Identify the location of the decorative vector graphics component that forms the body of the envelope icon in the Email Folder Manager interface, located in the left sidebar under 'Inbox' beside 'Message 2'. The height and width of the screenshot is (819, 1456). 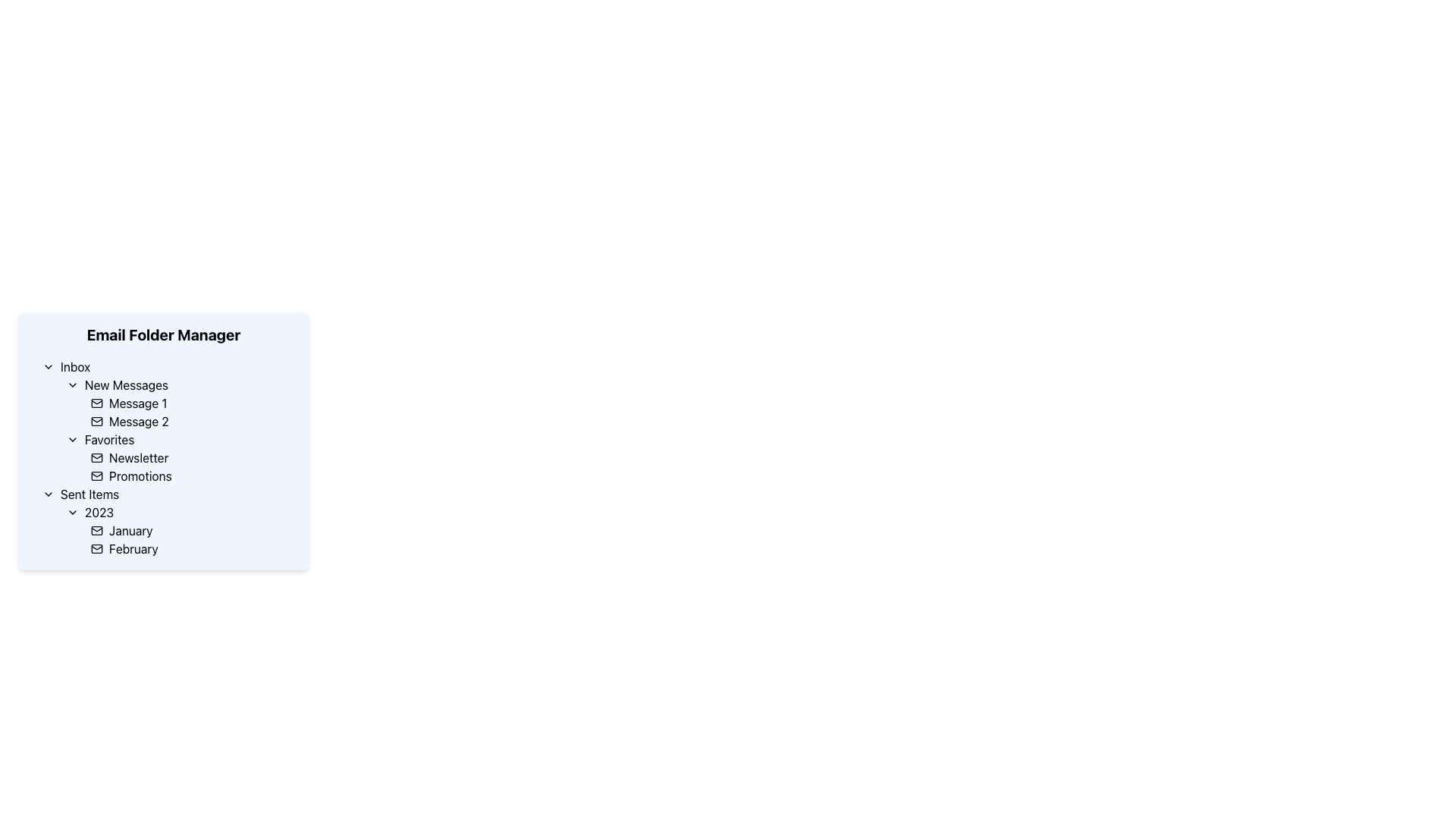
(96, 421).